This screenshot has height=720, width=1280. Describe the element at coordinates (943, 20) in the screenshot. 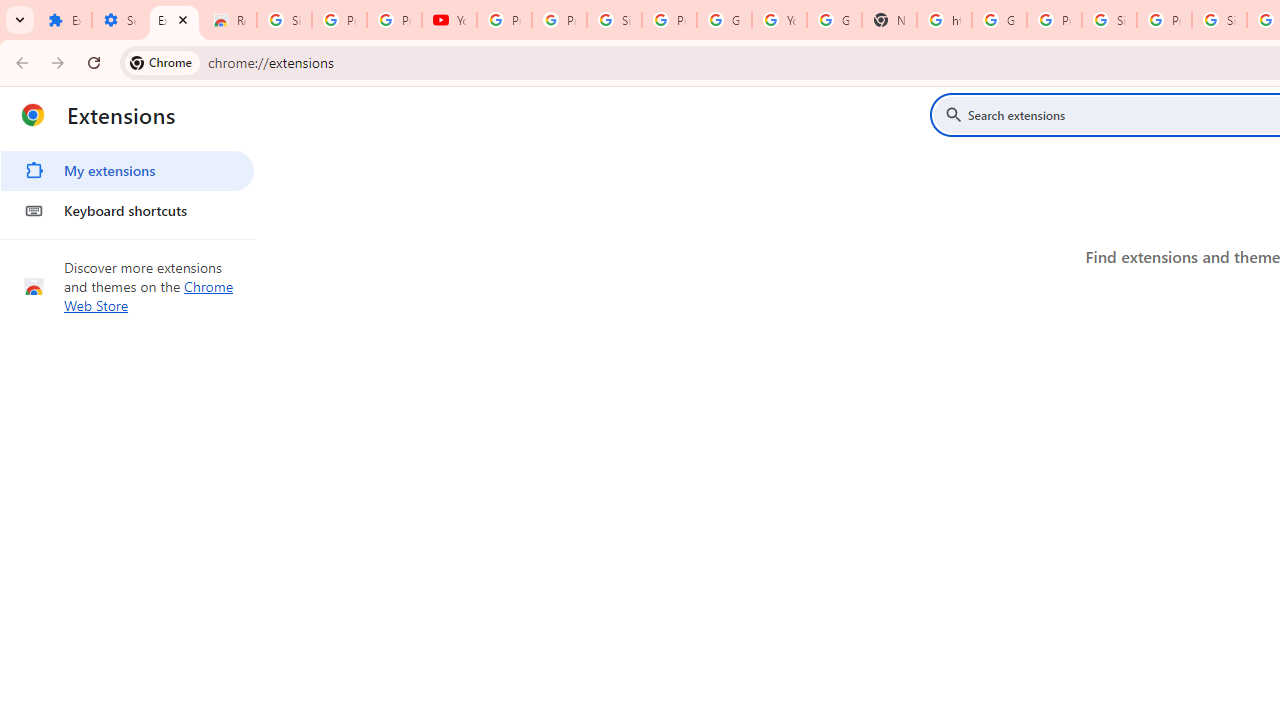

I see `'https://scholar.google.com/'` at that location.